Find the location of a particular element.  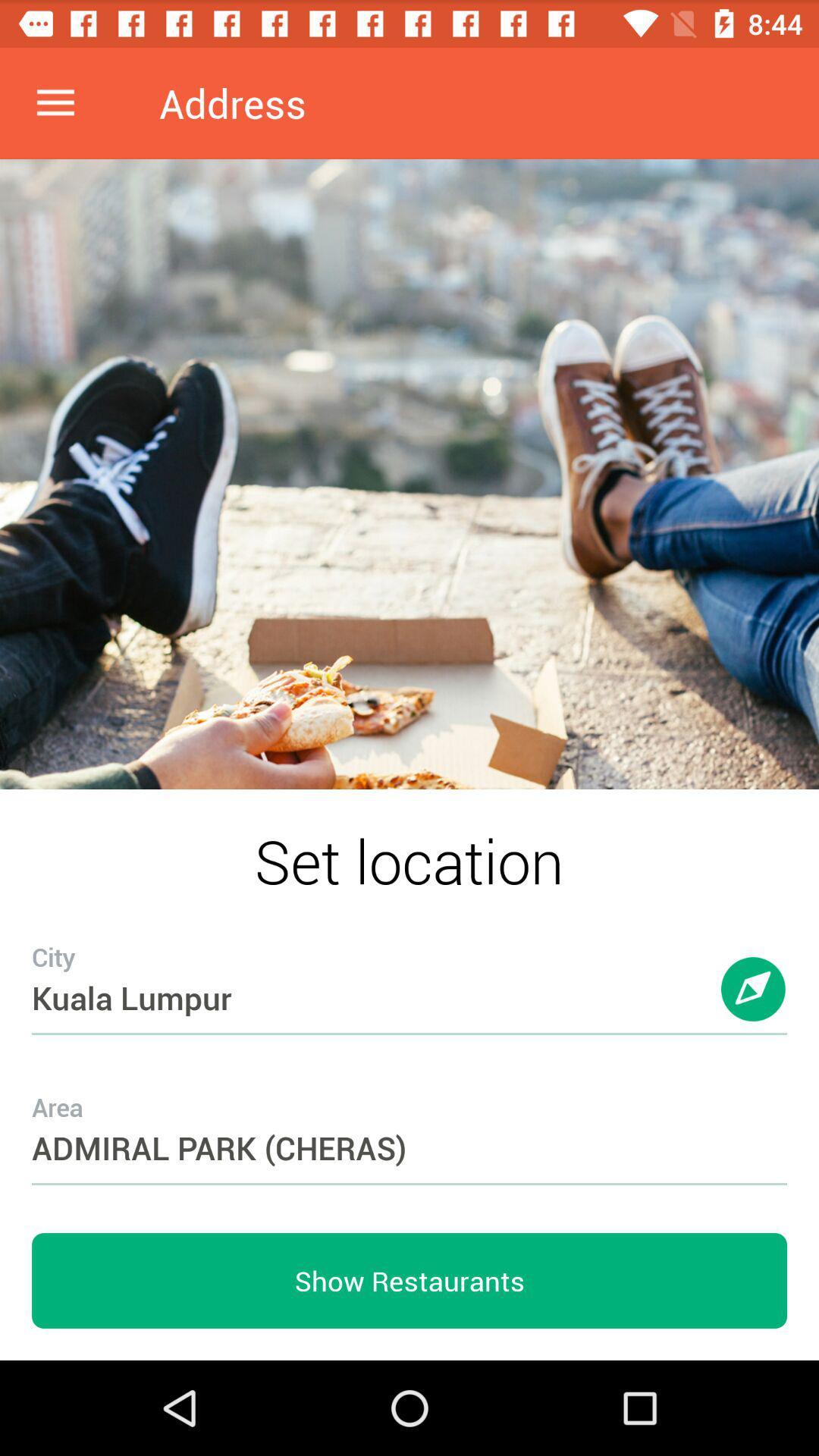

the icon above the show restaurants item is located at coordinates (409, 1118).